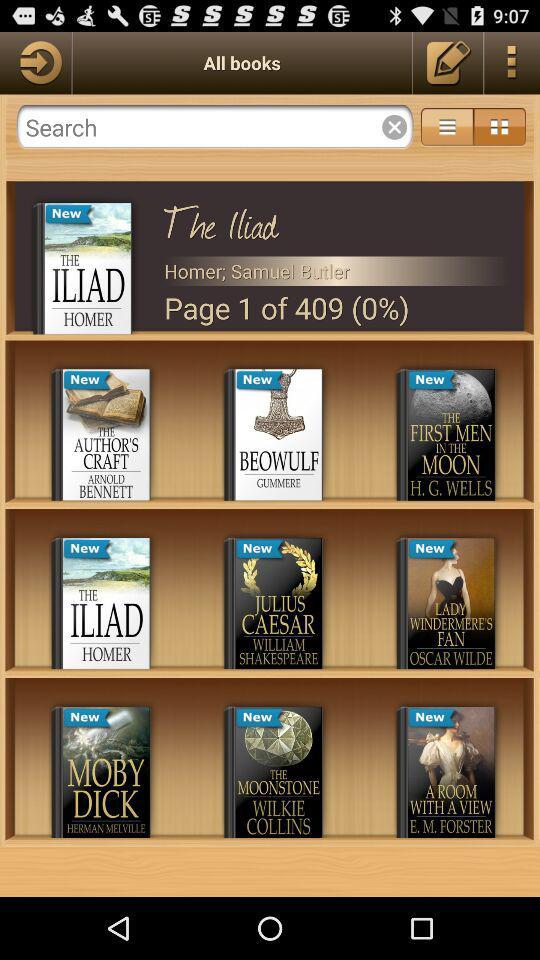  Describe the element at coordinates (336, 219) in the screenshot. I see `the item above the homer; samuel butler icon` at that location.